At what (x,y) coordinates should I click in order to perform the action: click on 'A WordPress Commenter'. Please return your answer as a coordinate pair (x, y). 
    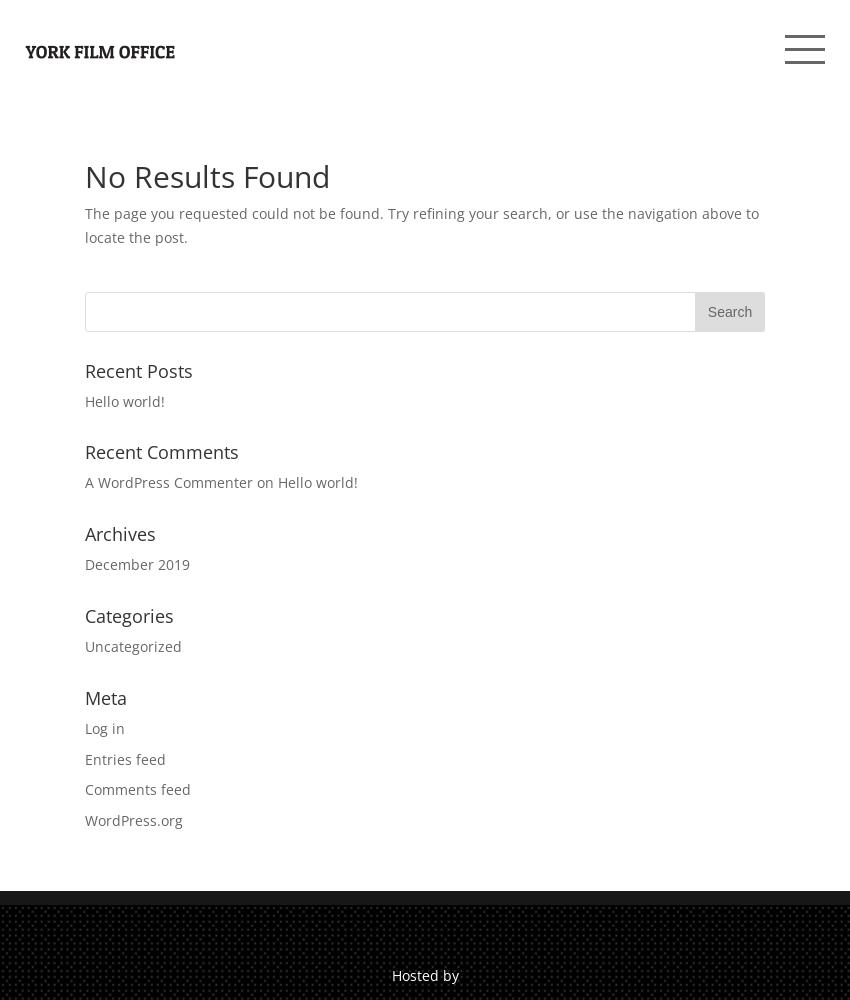
    Looking at the image, I should click on (168, 481).